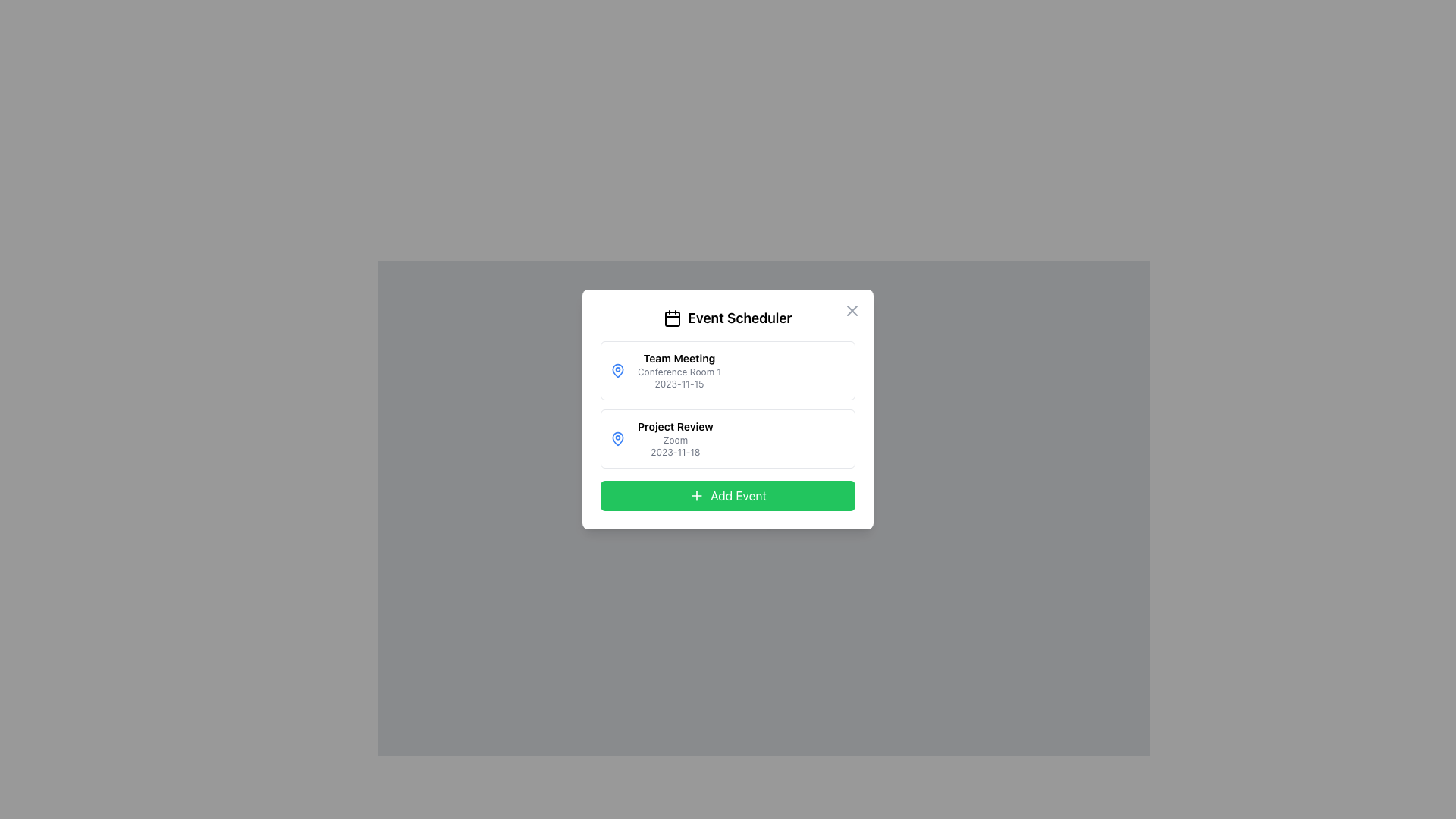  I want to click on the non-interactive text label that provides additional information about the meeting method 'Zoom' in the 'Project Review' card of the 'Event Scheduler' section, so click(674, 441).